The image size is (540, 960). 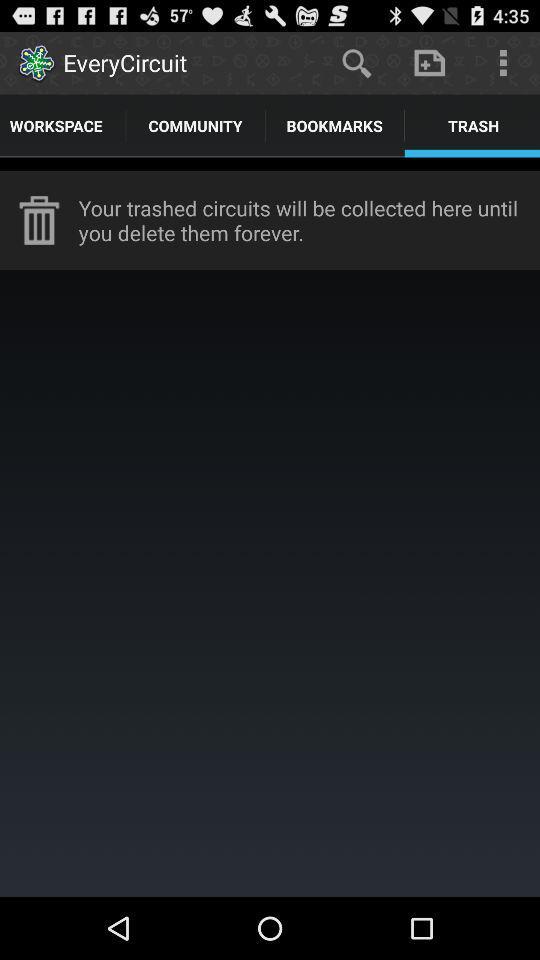 What do you see at coordinates (39, 220) in the screenshot?
I see `icon next to the your trashed circuits item` at bounding box center [39, 220].